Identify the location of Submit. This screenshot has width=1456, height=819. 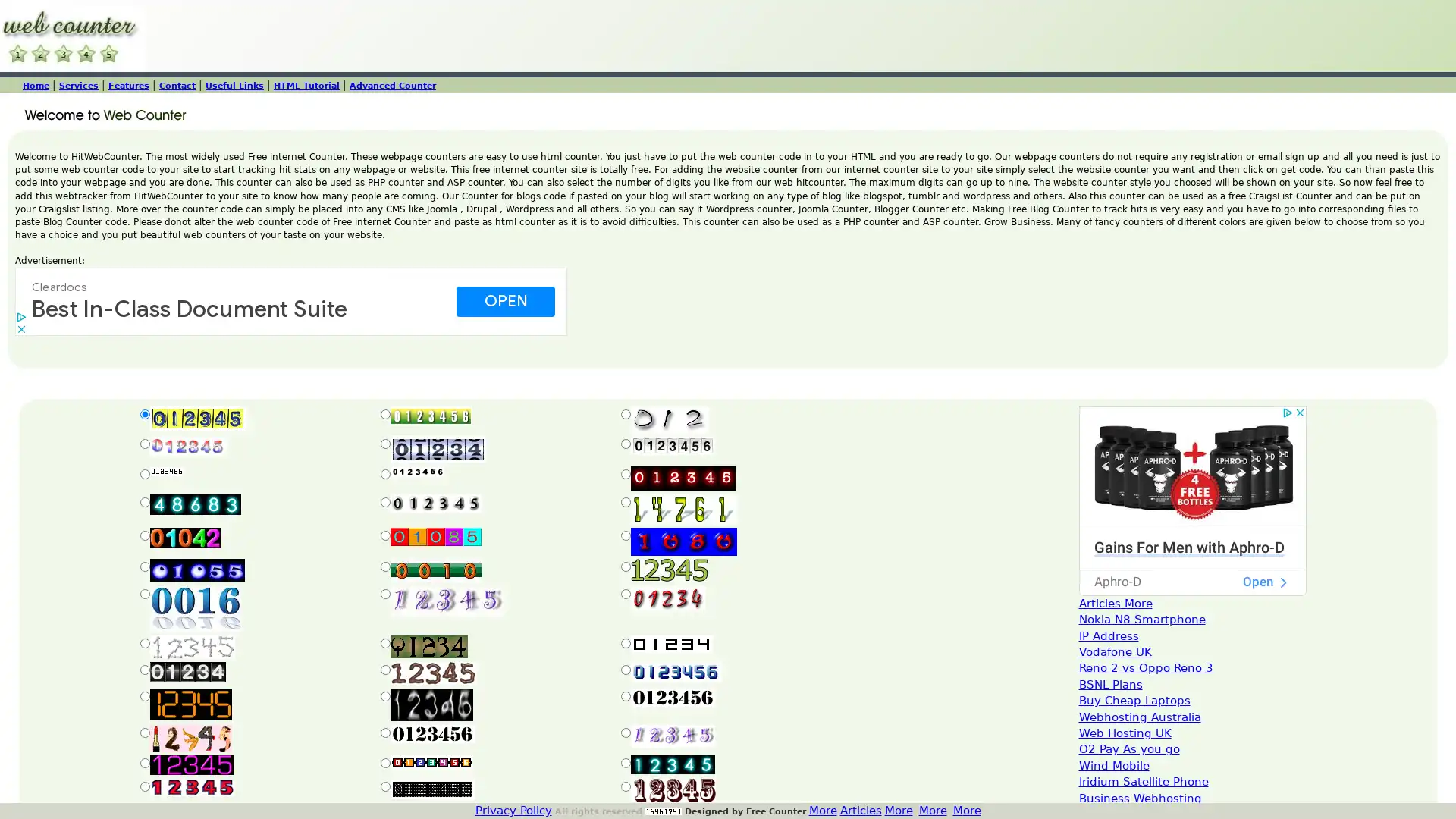
(416, 470).